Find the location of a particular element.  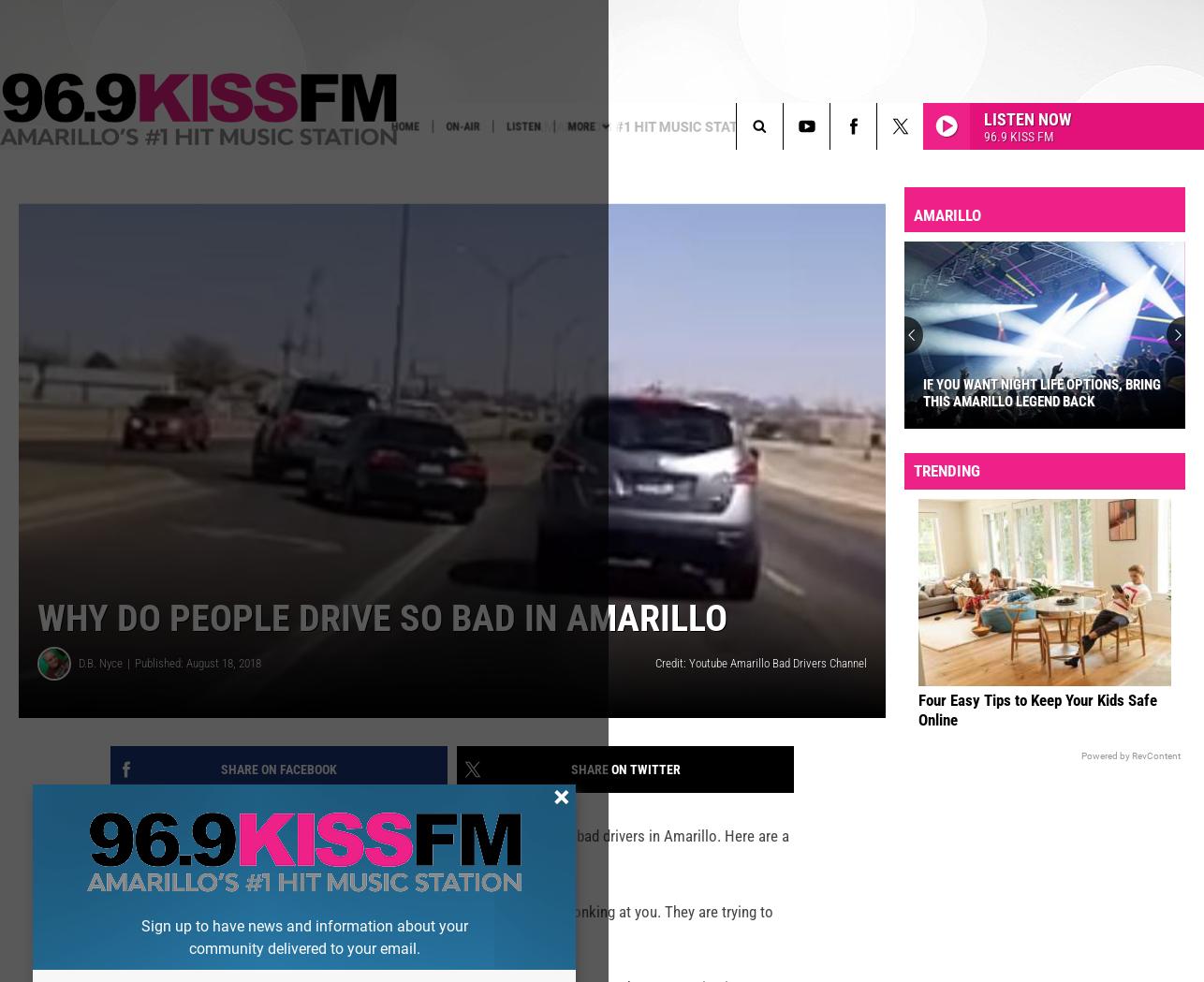

'Credit: Youtube Amarillo Bad Drivers Channel' is located at coordinates (761, 692).